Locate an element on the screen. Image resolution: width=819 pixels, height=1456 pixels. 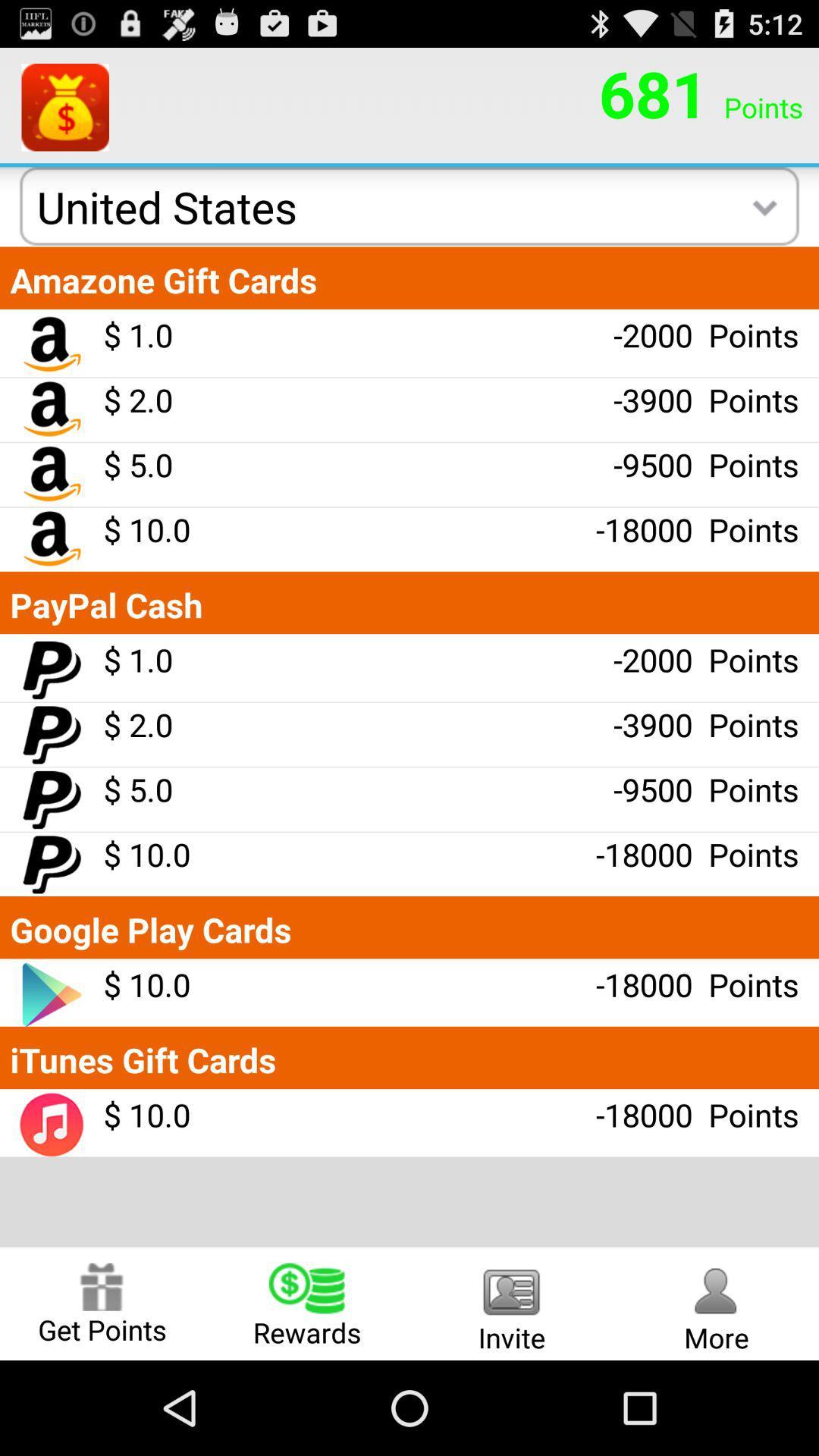
the icon next to the invite icon is located at coordinates (717, 1303).